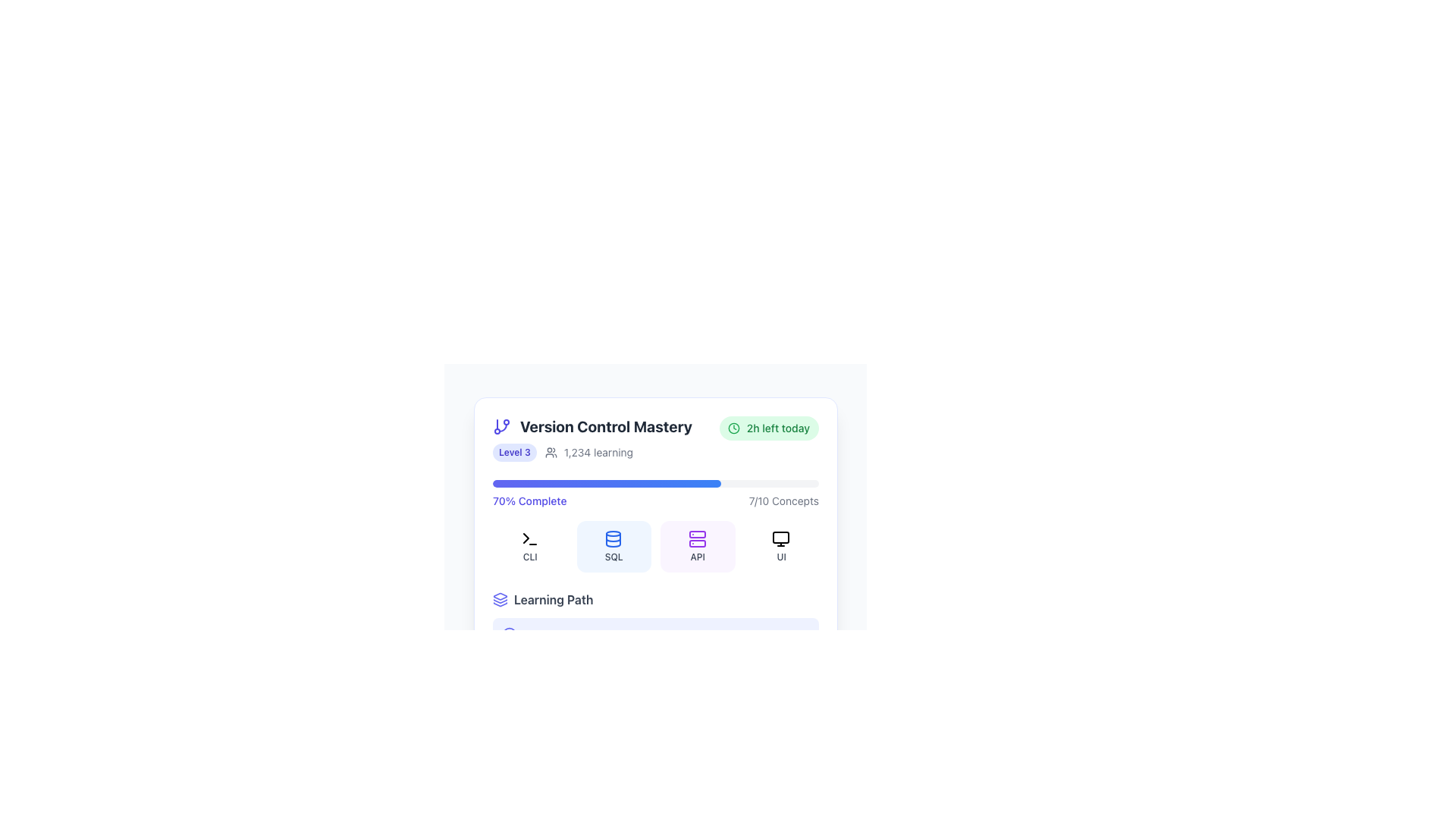 The image size is (1456, 819). I want to click on the SVG icon that signifies completion or verification located at the lower portion of the card-like section, so click(509, 635).